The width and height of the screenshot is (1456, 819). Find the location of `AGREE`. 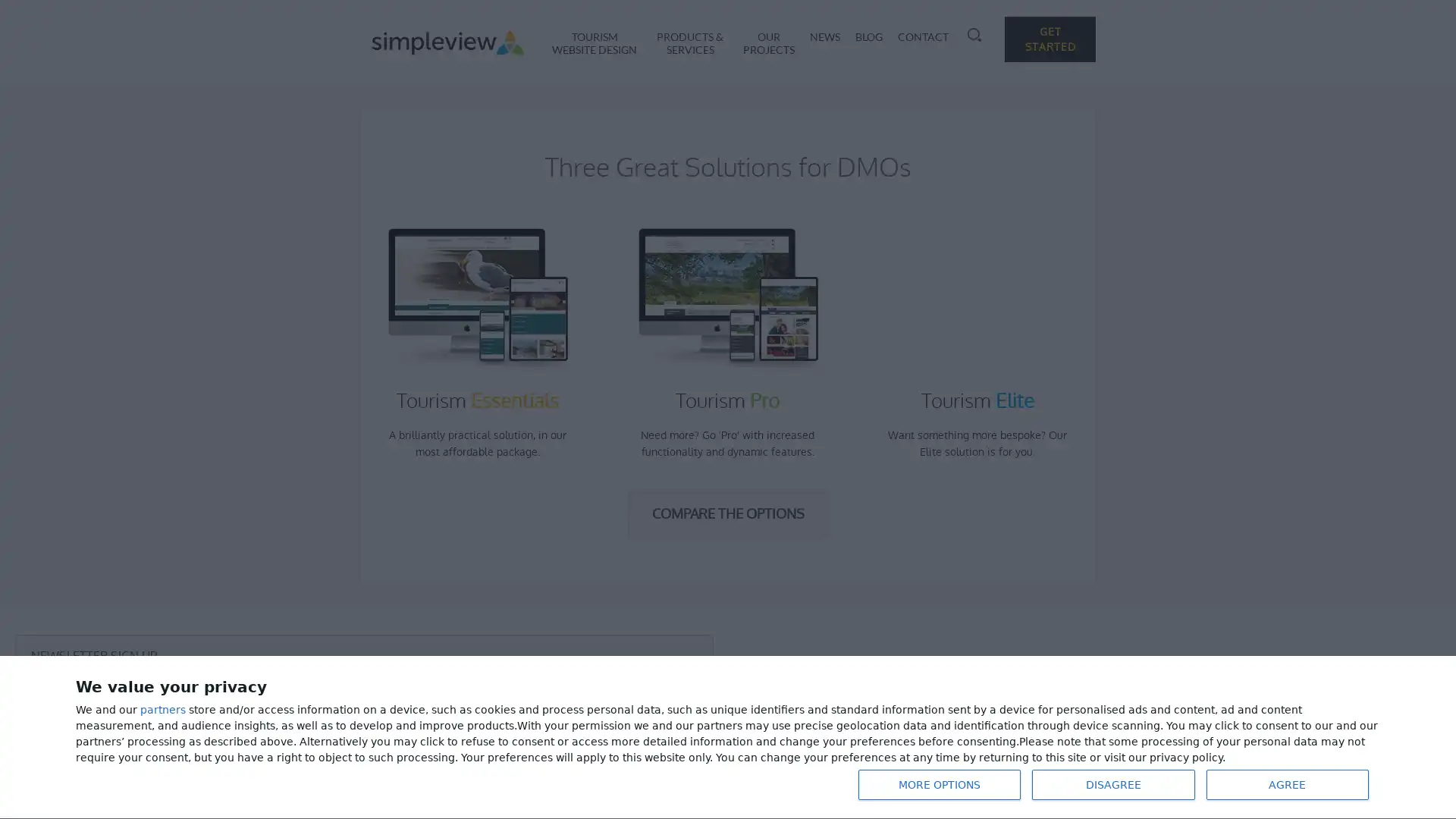

AGREE is located at coordinates (1286, 784).